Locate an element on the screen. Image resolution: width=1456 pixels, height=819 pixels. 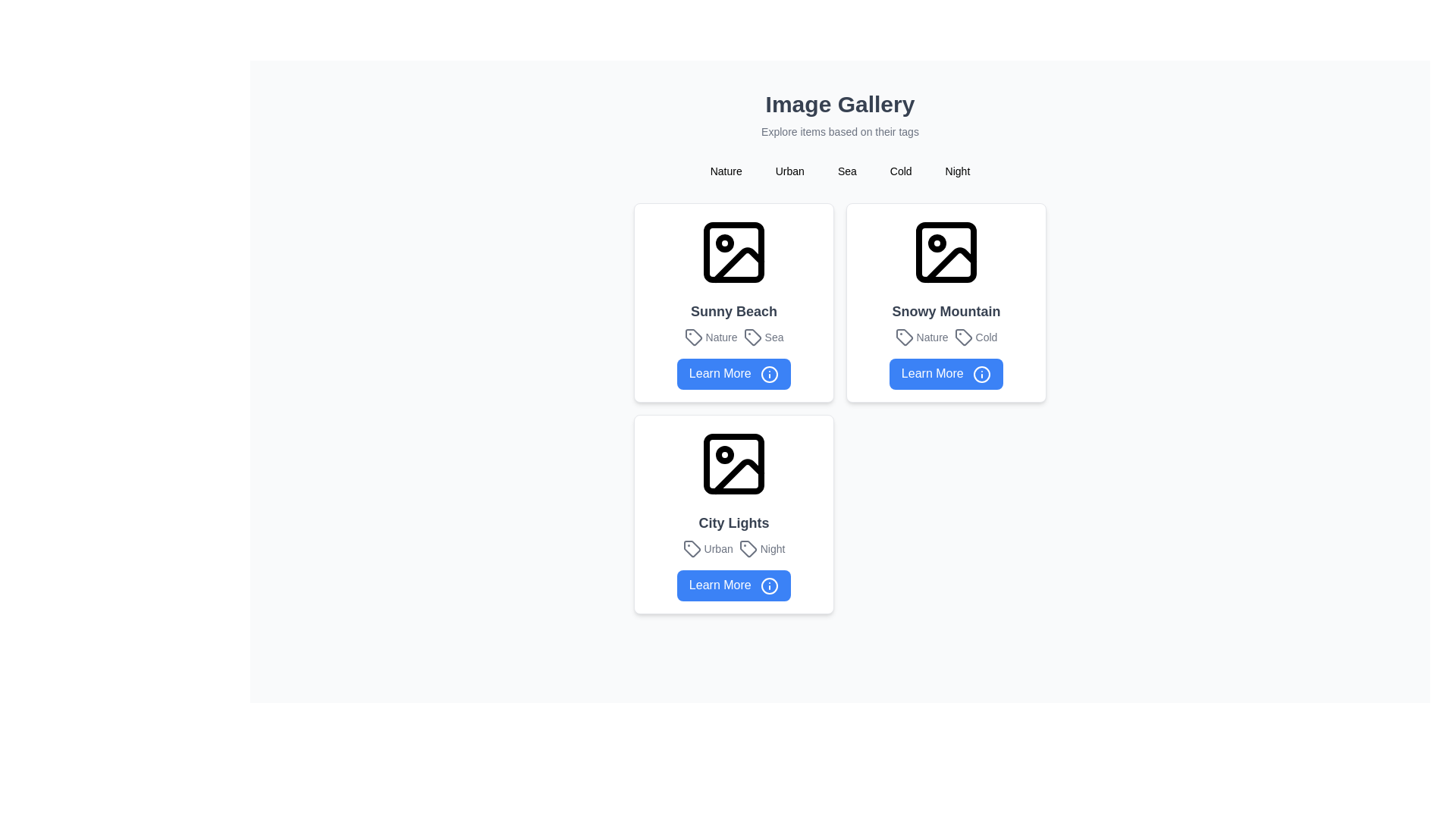
the button-like text label displaying 'Urban' is located at coordinates (789, 171).